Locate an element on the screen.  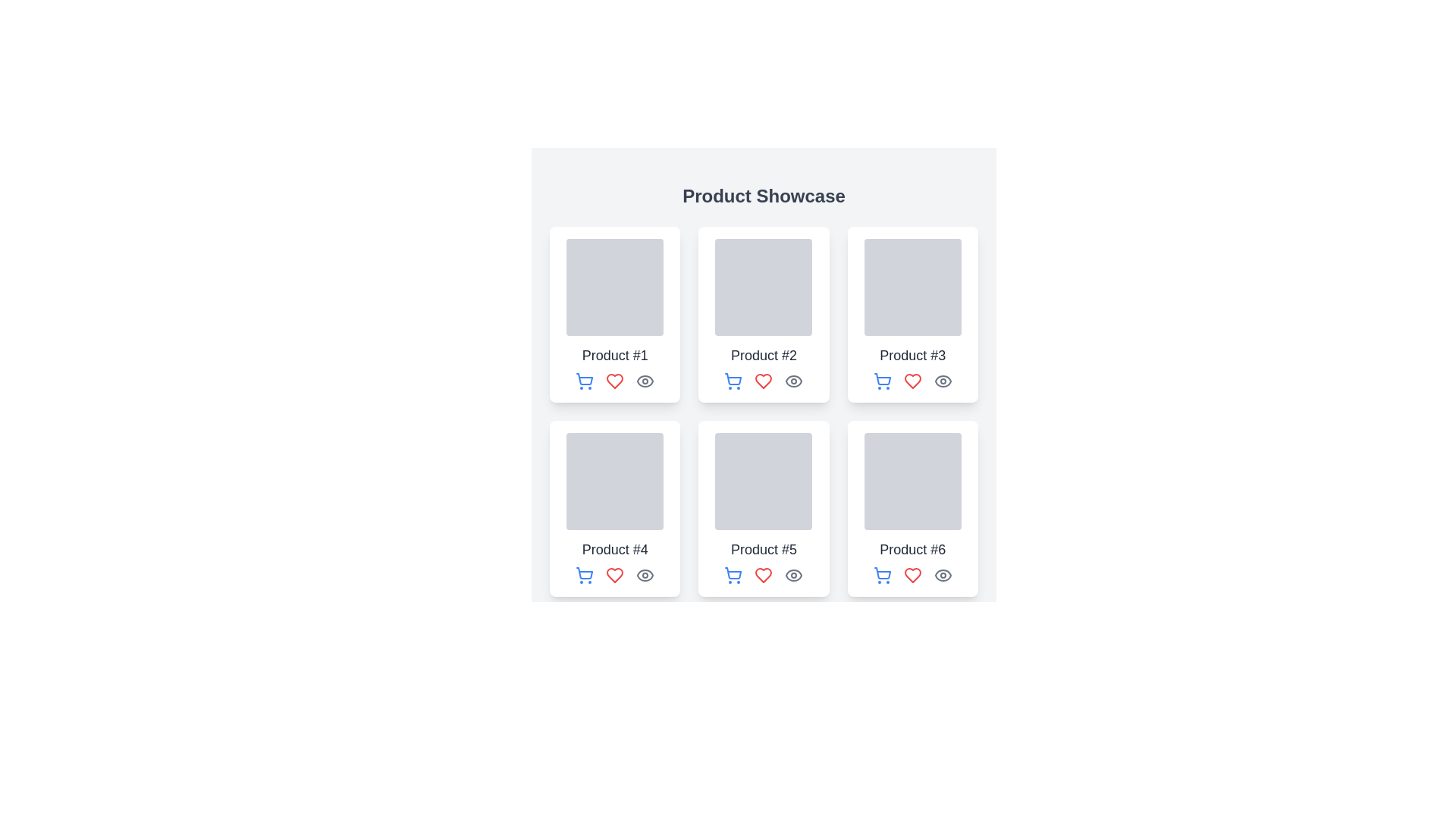
the button is located at coordinates (882, 380).